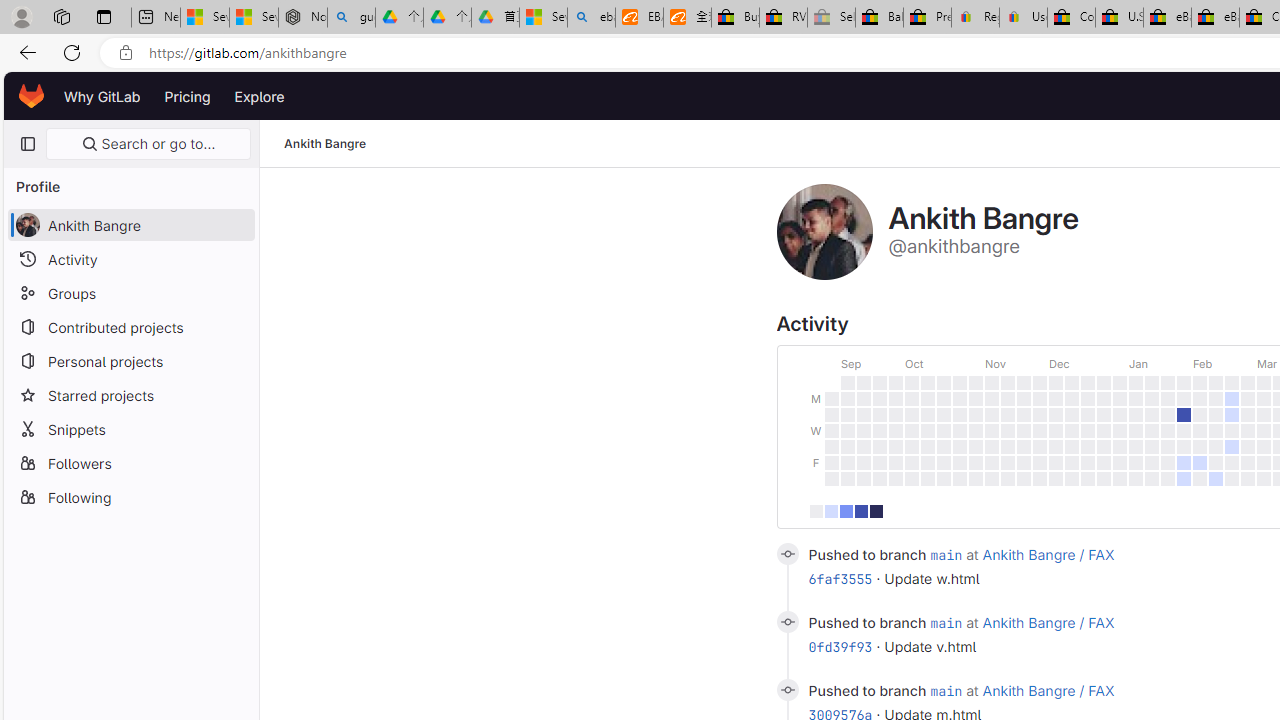 The image size is (1280, 720). Describe the element at coordinates (130, 428) in the screenshot. I see `'Snippets'` at that location.